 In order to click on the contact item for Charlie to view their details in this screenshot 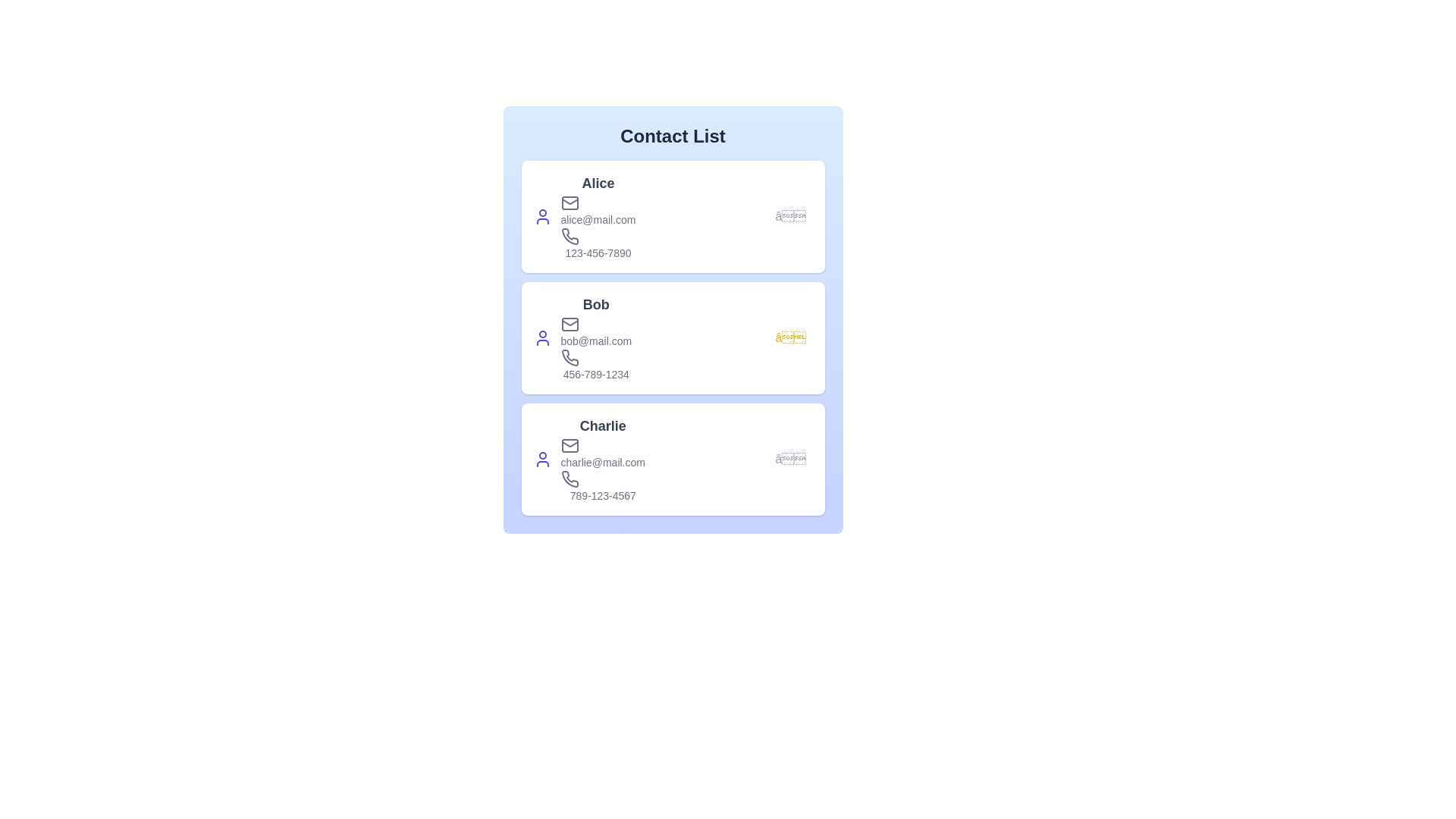, I will do `click(672, 458)`.